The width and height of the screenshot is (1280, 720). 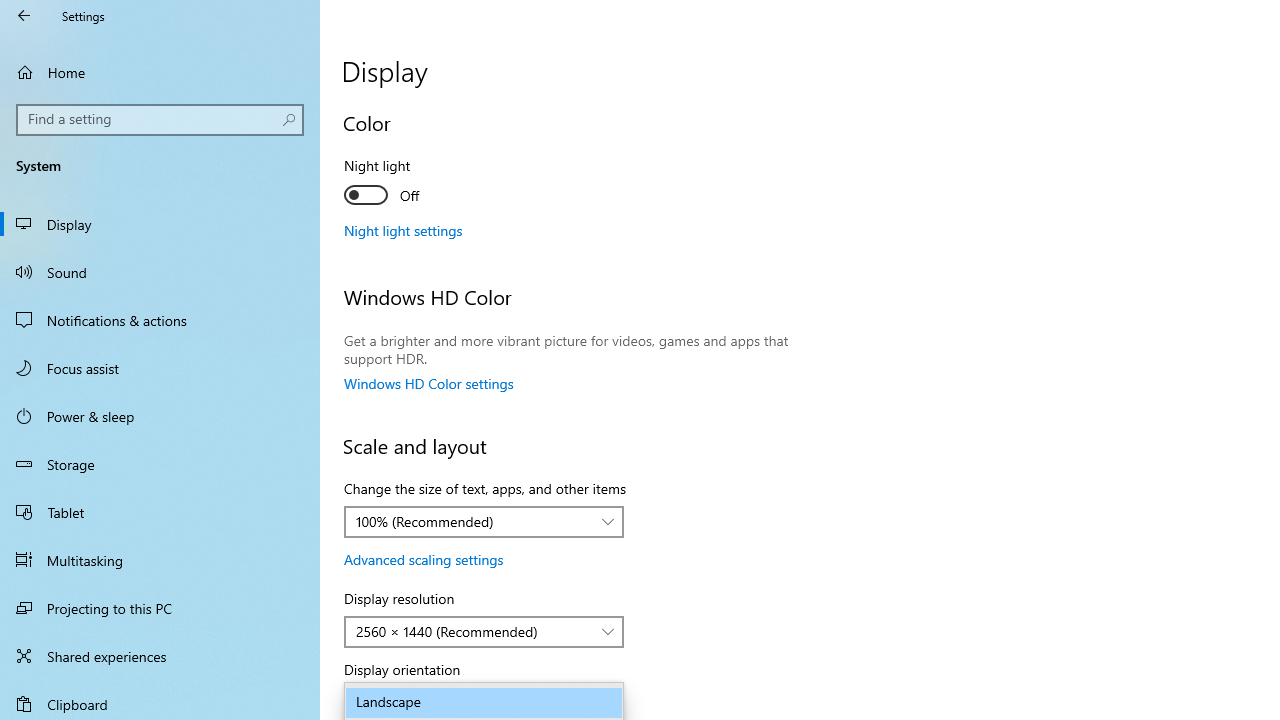 What do you see at coordinates (160, 71) in the screenshot?
I see `'Home'` at bounding box center [160, 71].